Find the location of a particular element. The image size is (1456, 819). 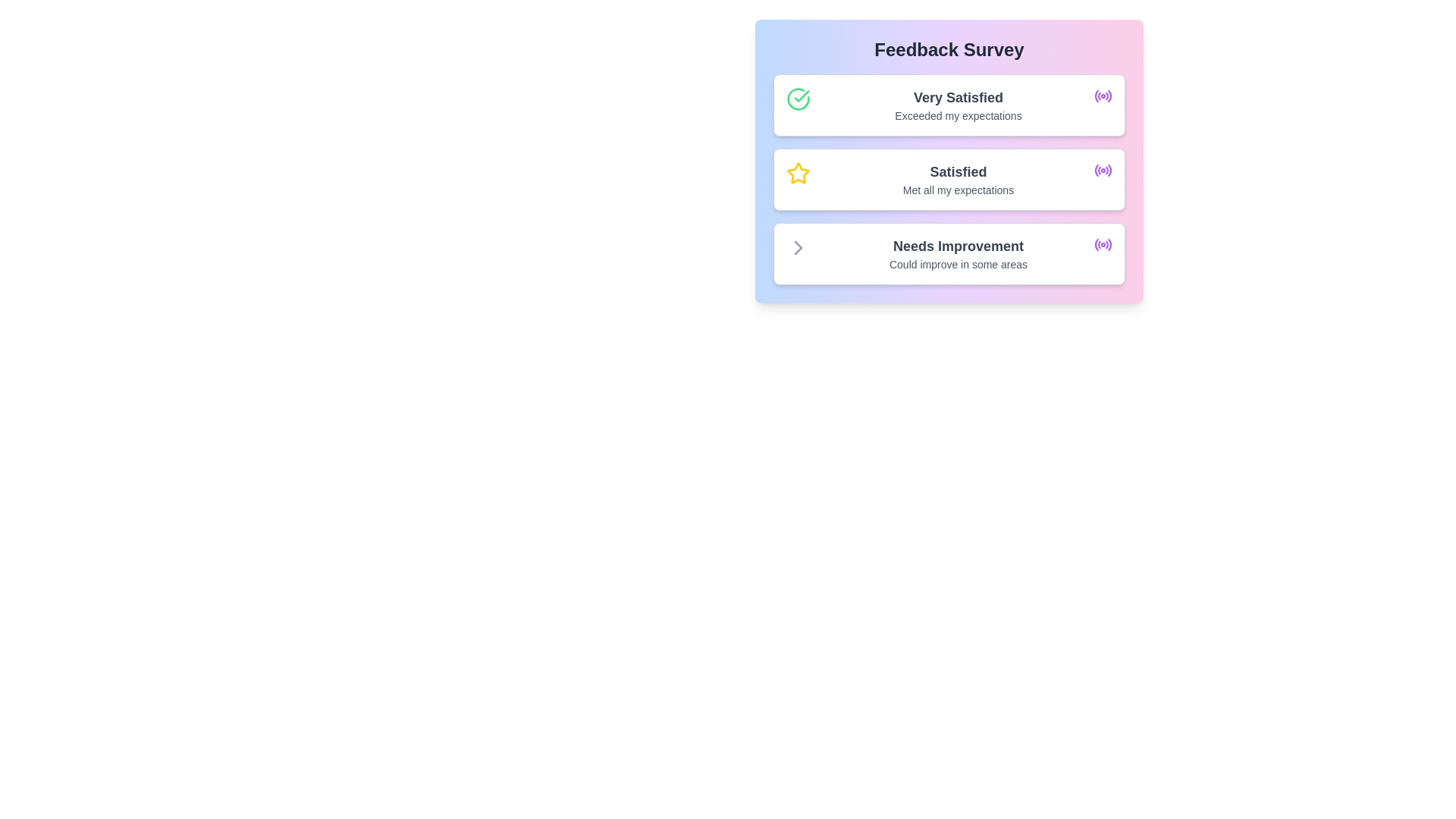

the main label for the third feedback option, which summarizes the quality evaluation in the feedback survey interface is located at coordinates (957, 245).